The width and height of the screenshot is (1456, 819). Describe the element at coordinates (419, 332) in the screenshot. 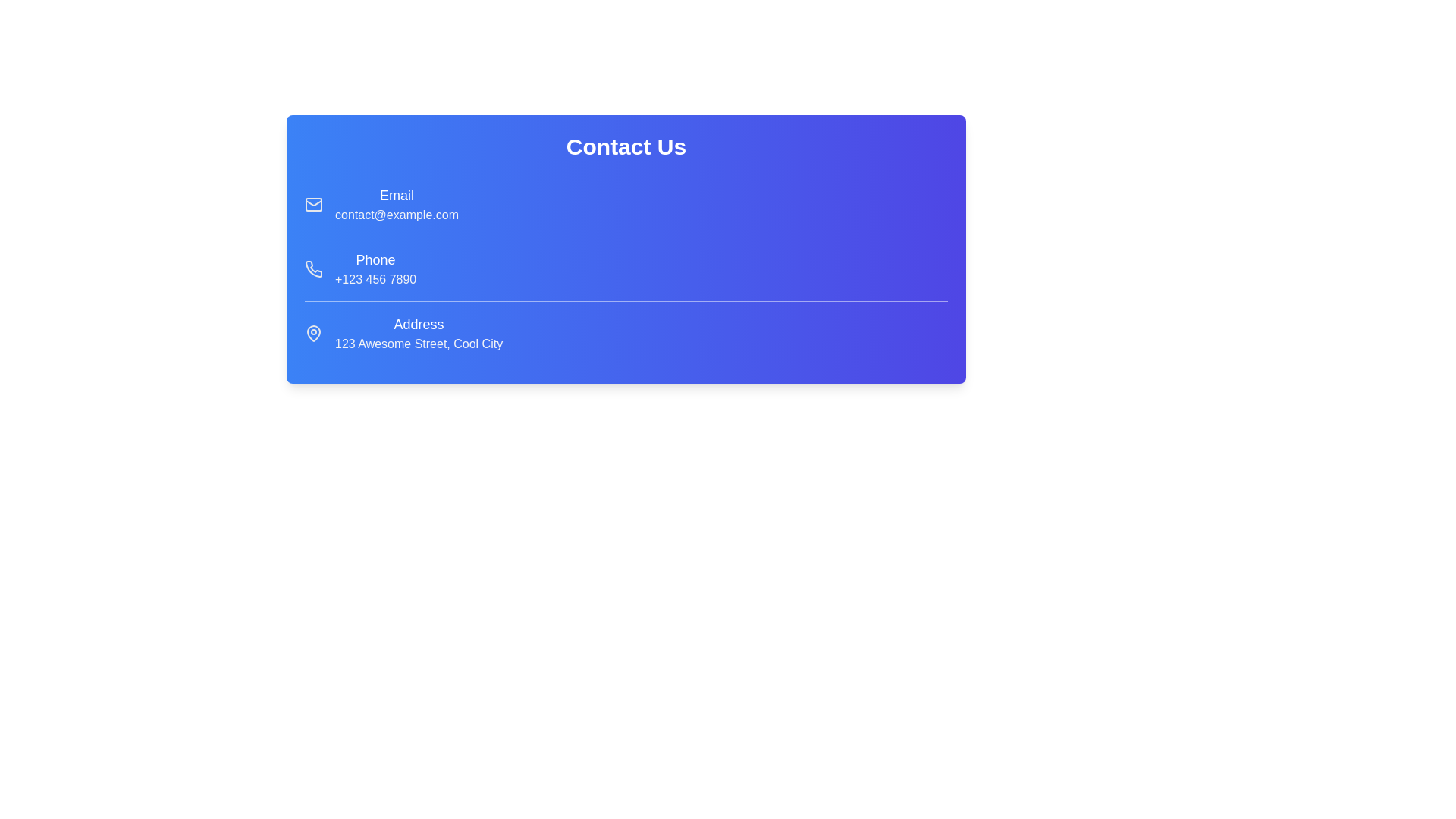

I see `the static text element displaying 'Address' and '123 Awesome Street, Cool City' in the contact information card, which is located in the lower part of the card and appears as the third entry after 'Email' and 'Phone'` at that location.